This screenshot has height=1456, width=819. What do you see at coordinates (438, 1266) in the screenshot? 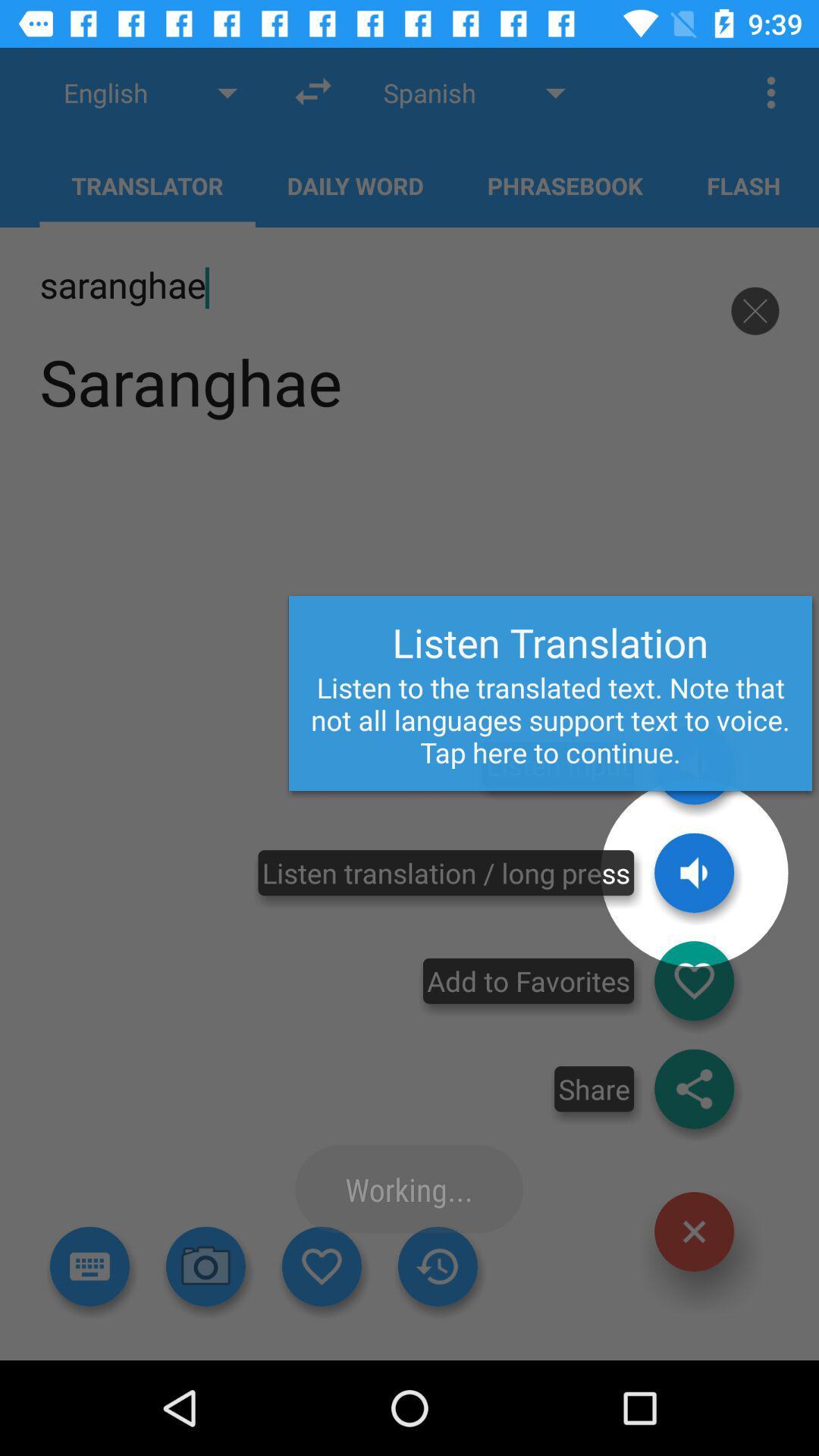
I see `the history icon` at bounding box center [438, 1266].